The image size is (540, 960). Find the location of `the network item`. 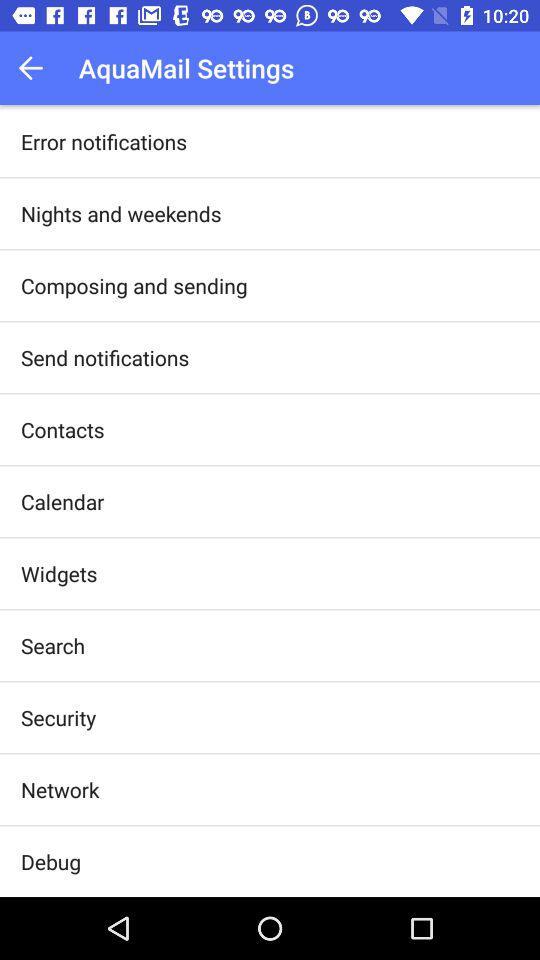

the network item is located at coordinates (60, 789).